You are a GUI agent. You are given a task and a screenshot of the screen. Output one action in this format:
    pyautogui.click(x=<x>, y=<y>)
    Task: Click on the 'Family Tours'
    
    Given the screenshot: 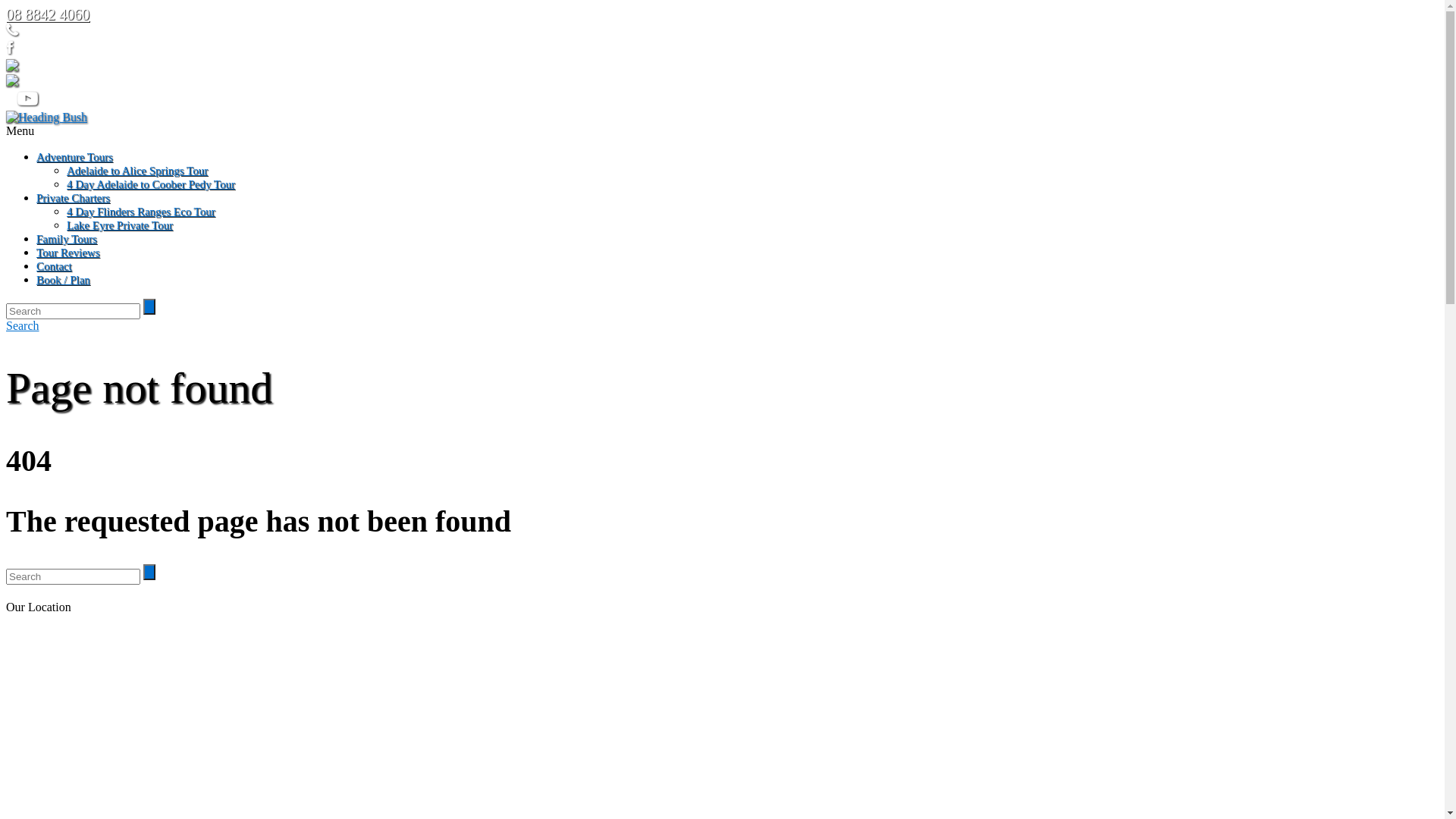 What is the action you would take?
    pyautogui.click(x=65, y=239)
    